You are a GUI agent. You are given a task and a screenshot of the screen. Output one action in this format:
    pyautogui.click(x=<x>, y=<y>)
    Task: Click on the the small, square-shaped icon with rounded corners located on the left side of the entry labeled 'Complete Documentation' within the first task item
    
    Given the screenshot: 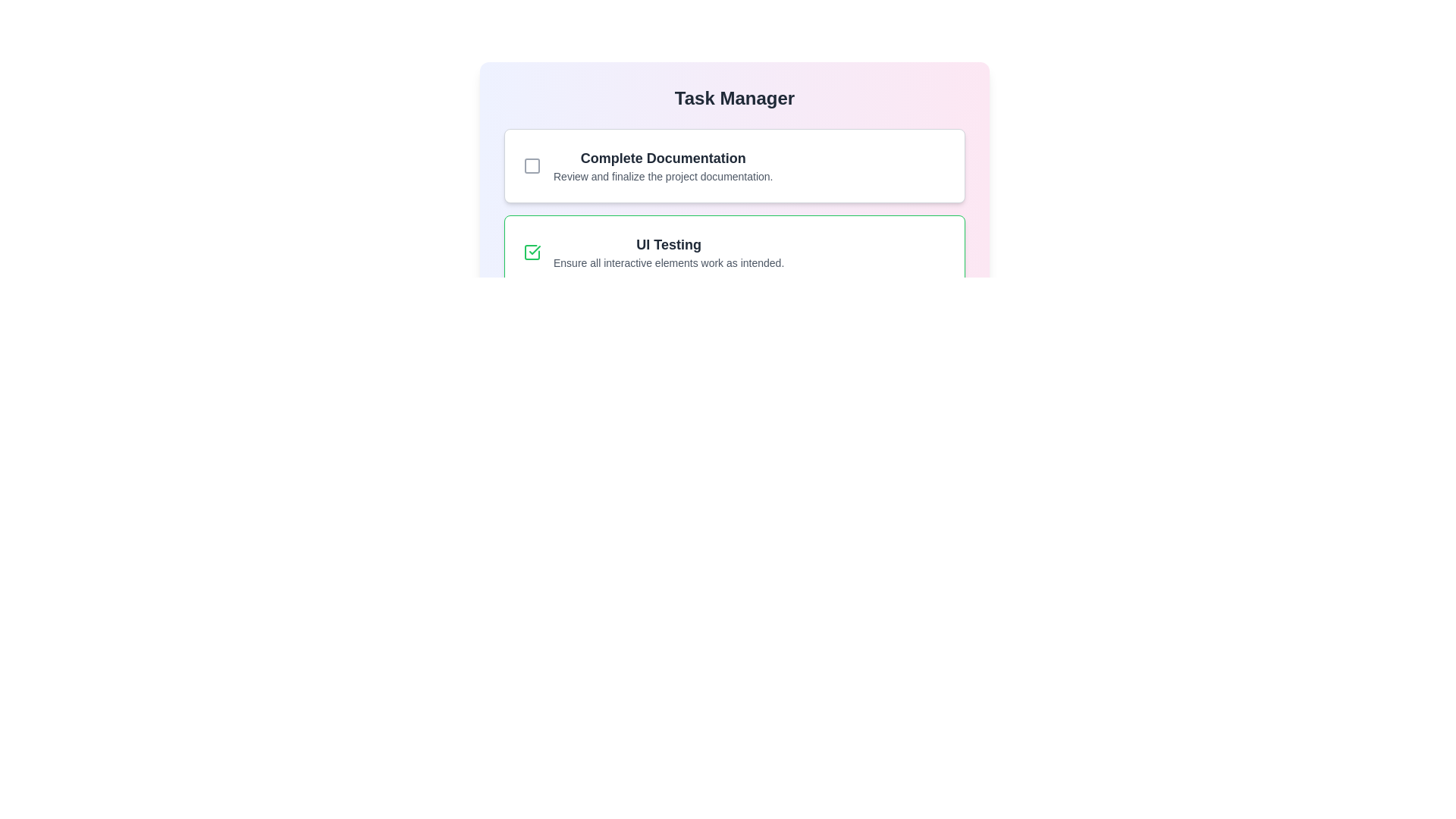 What is the action you would take?
    pyautogui.click(x=532, y=166)
    